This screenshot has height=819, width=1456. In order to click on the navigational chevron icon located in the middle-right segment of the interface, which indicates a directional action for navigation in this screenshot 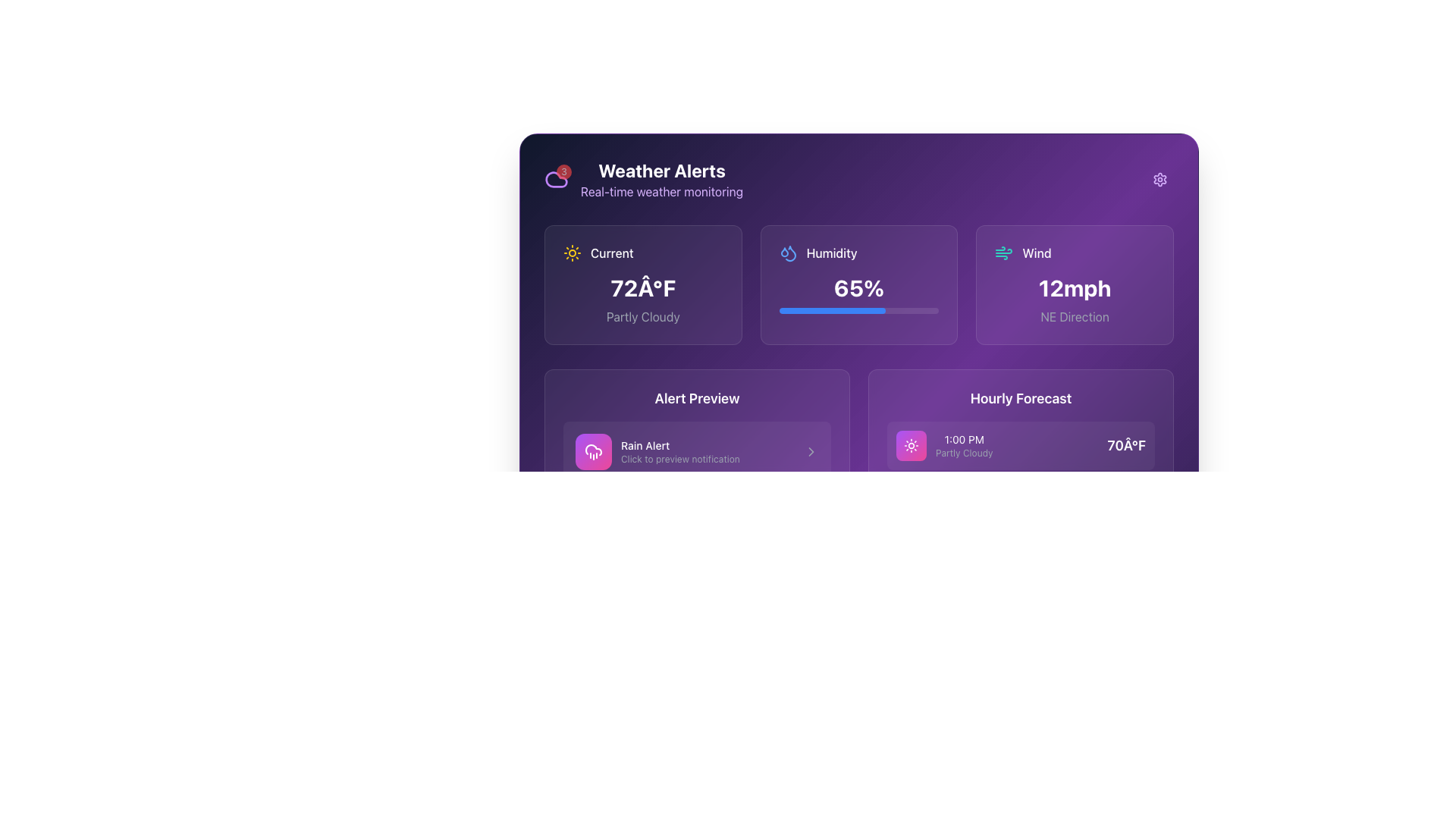, I will do `click(811, 451)`.